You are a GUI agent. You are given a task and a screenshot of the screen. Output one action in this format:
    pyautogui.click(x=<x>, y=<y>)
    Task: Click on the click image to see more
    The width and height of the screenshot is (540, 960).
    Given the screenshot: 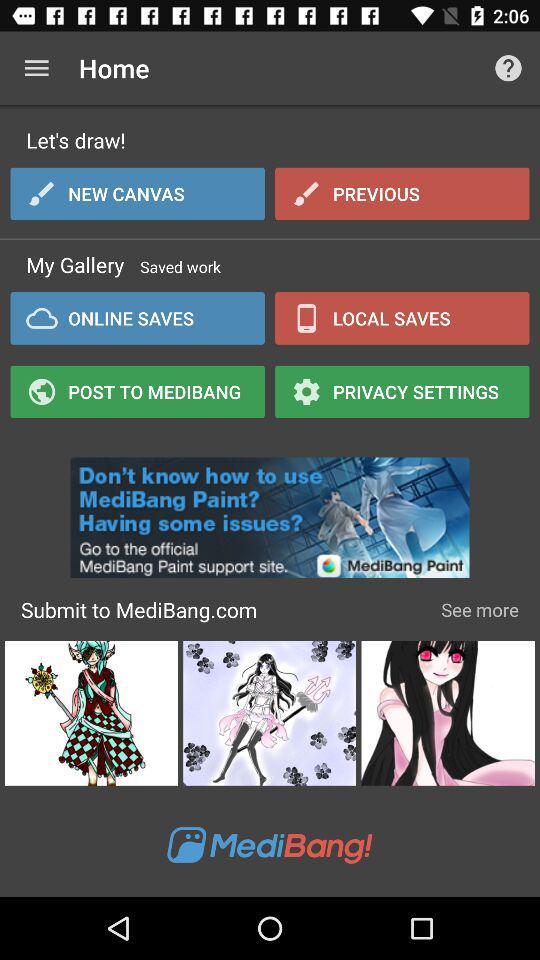 What is the action you would take?
    pyautogui.click(x=448, y=713)
    